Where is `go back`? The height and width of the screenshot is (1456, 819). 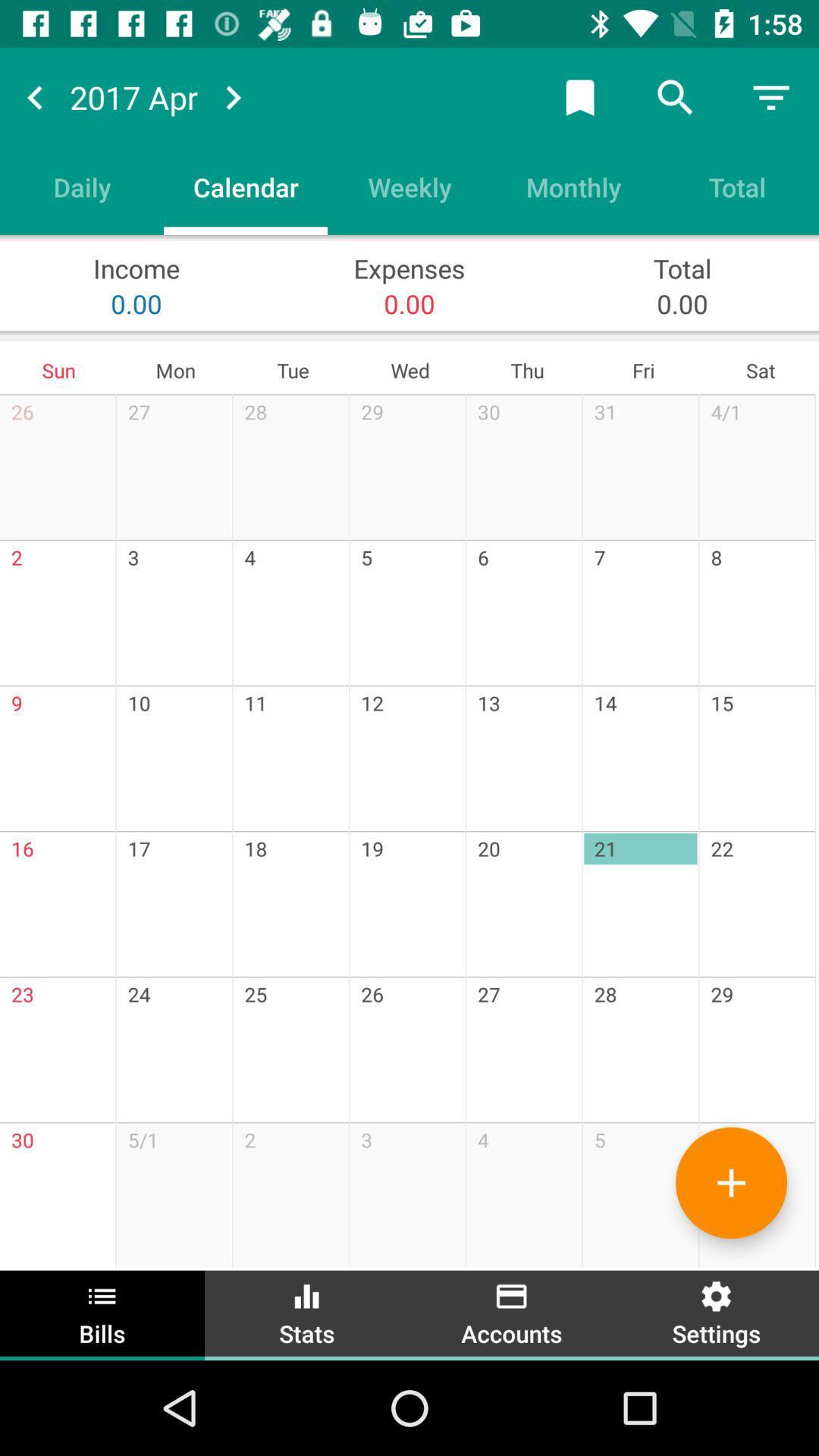
go back is located at coordinates (34, 96).